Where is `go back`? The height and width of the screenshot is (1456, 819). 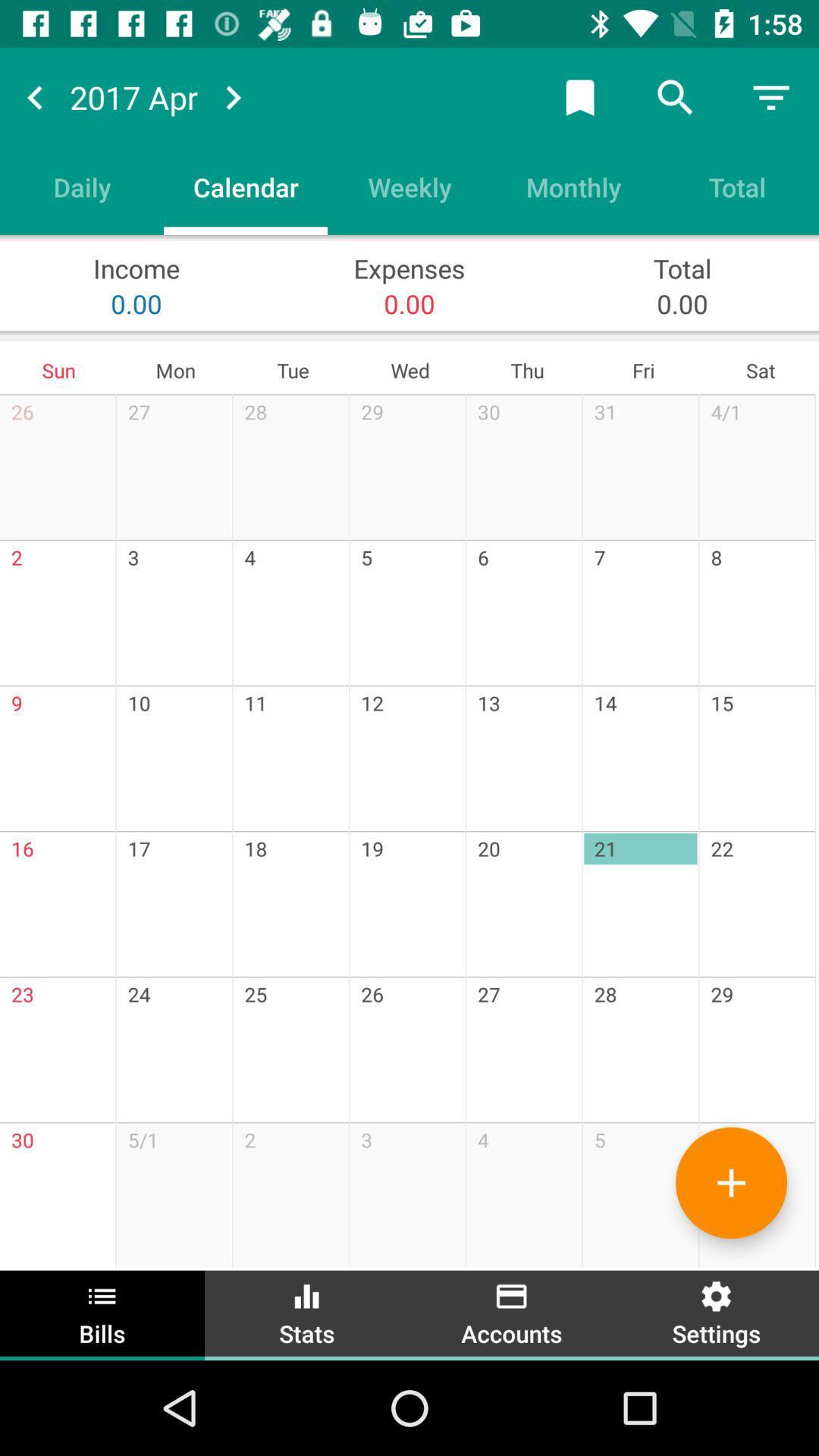
go back is located at coordinates (34, 96).